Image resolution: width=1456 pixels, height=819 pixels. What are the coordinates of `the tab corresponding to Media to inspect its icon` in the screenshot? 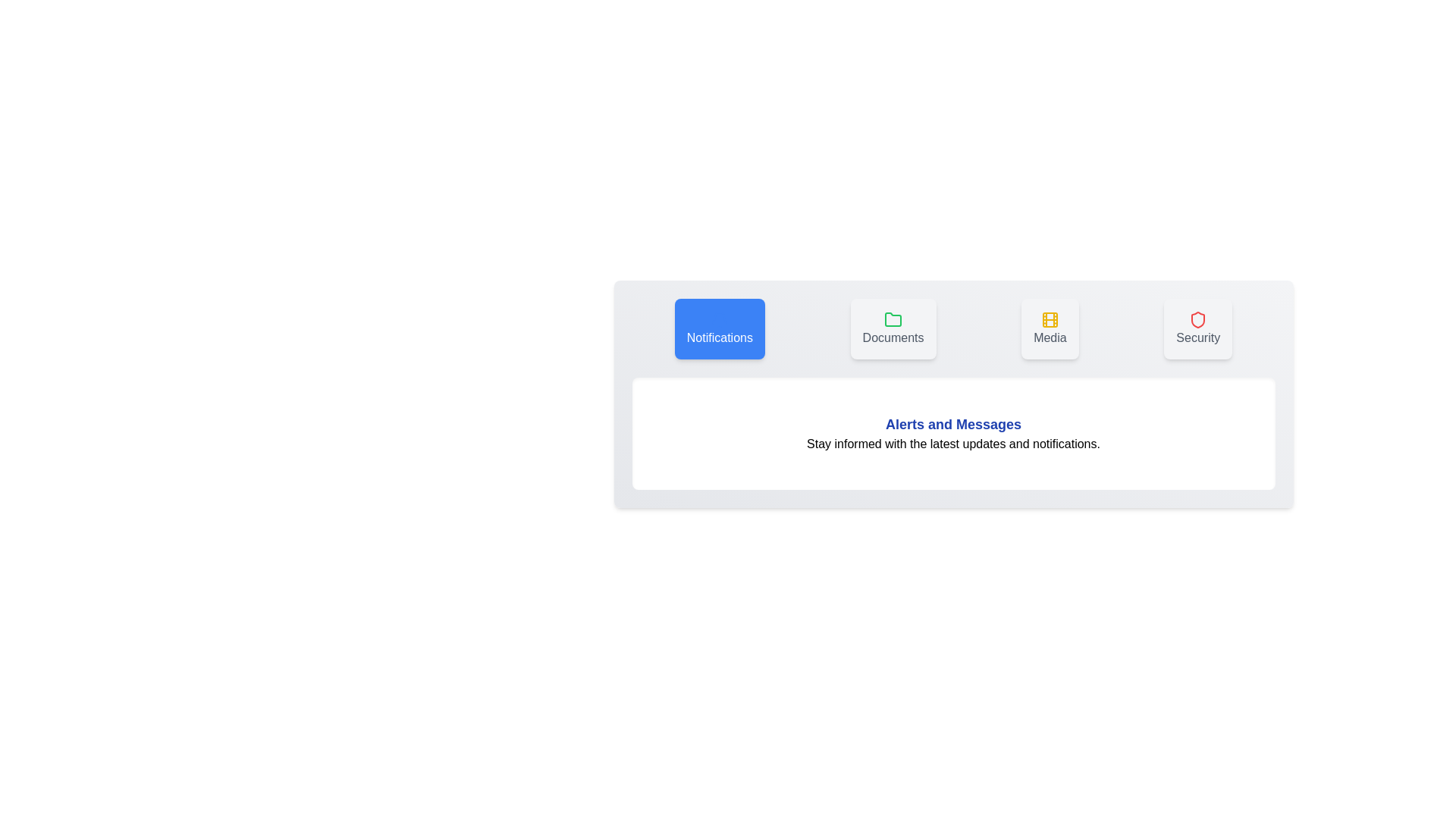 It's located at (1050, 328).